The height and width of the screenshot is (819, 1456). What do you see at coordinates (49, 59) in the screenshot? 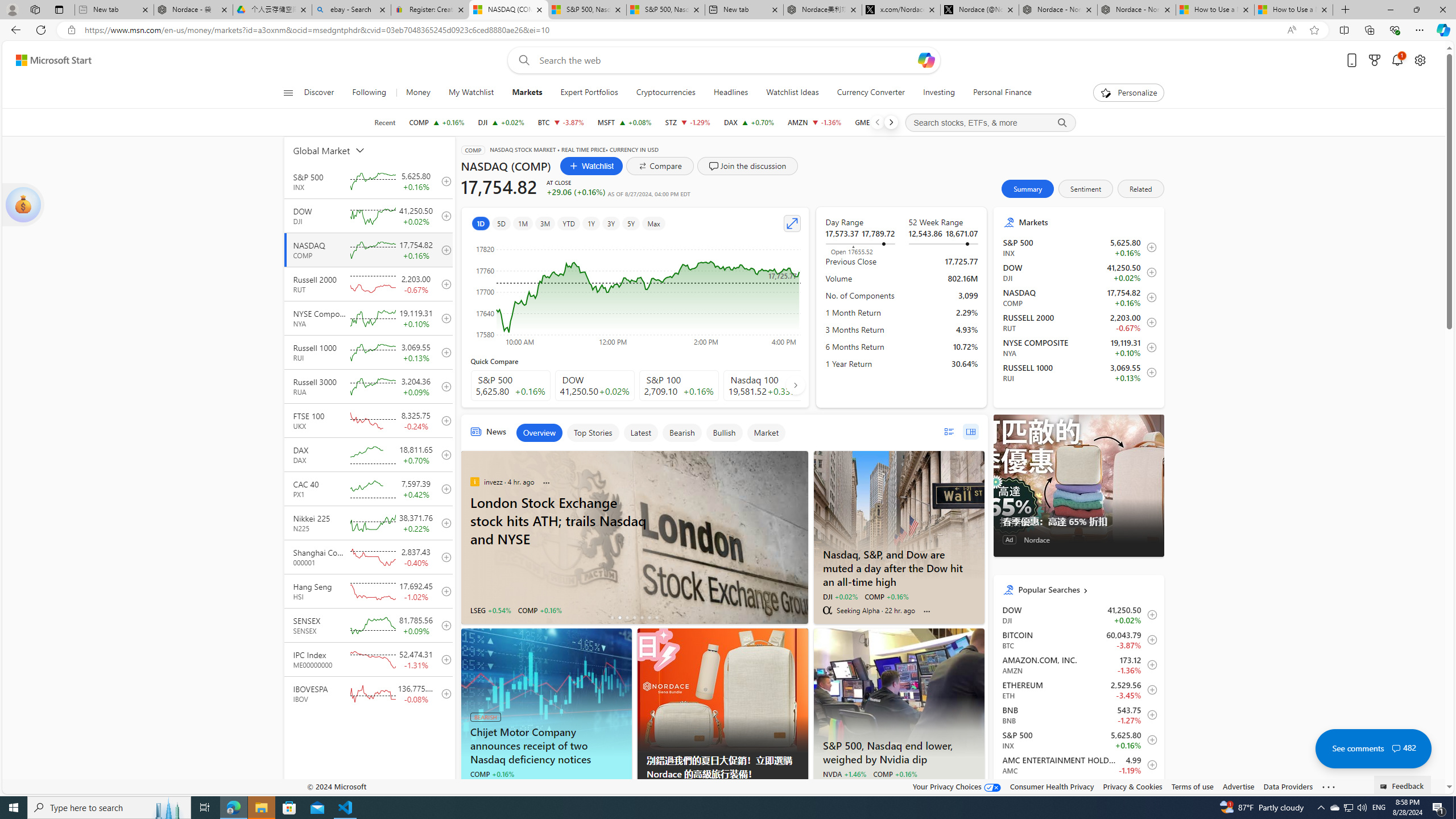
I see `'Skip to content'` at bounding box center [49, 59].